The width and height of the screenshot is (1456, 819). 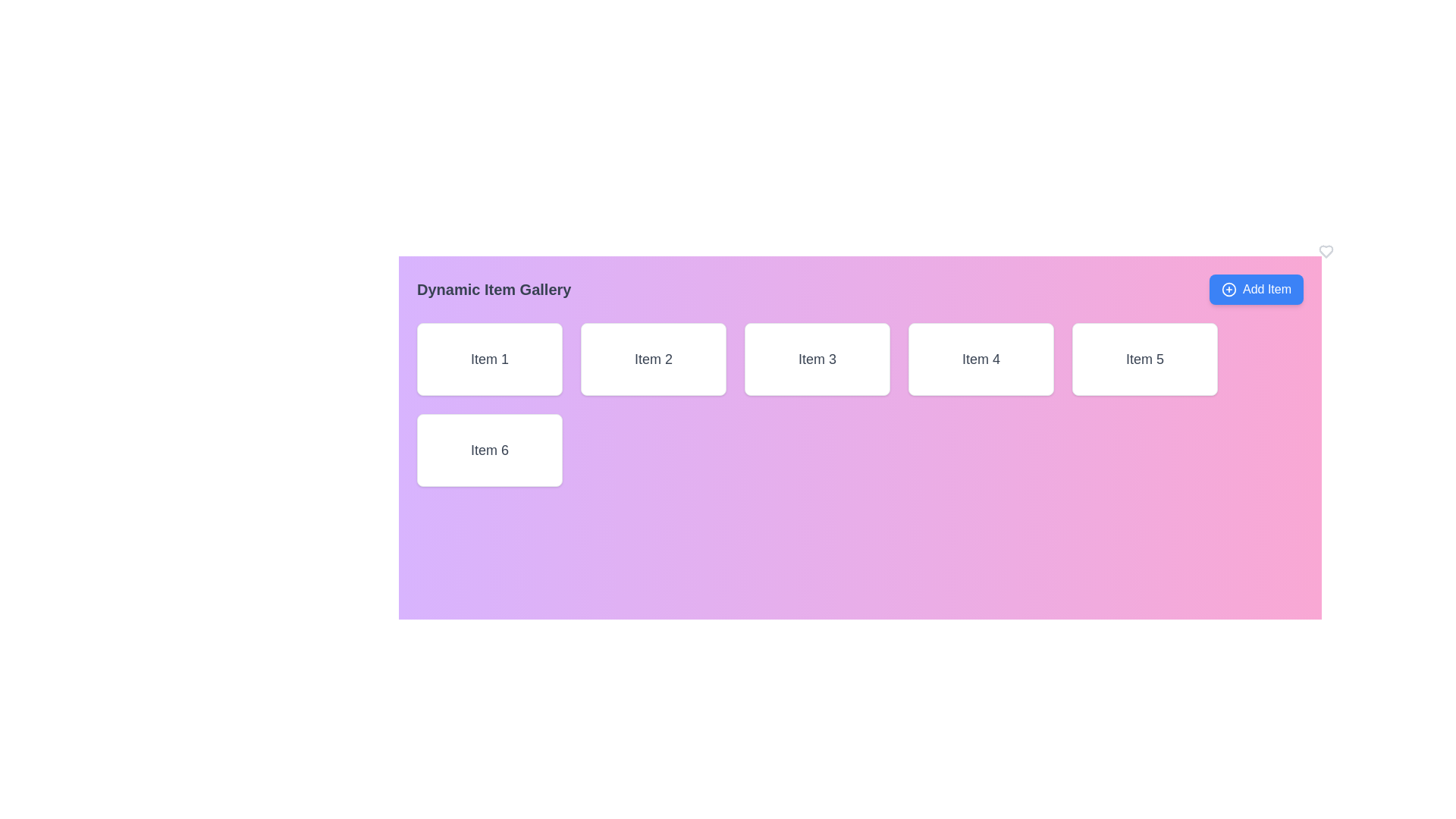 What do you see at coordinates (490, 359) in the screenshot?
I see `the first card in the 'Dynamic Item Gallery' section, which has a white background, rounded corners, and contains the text 'Item 1' in medium gray font` at bounding box center [490, 359].